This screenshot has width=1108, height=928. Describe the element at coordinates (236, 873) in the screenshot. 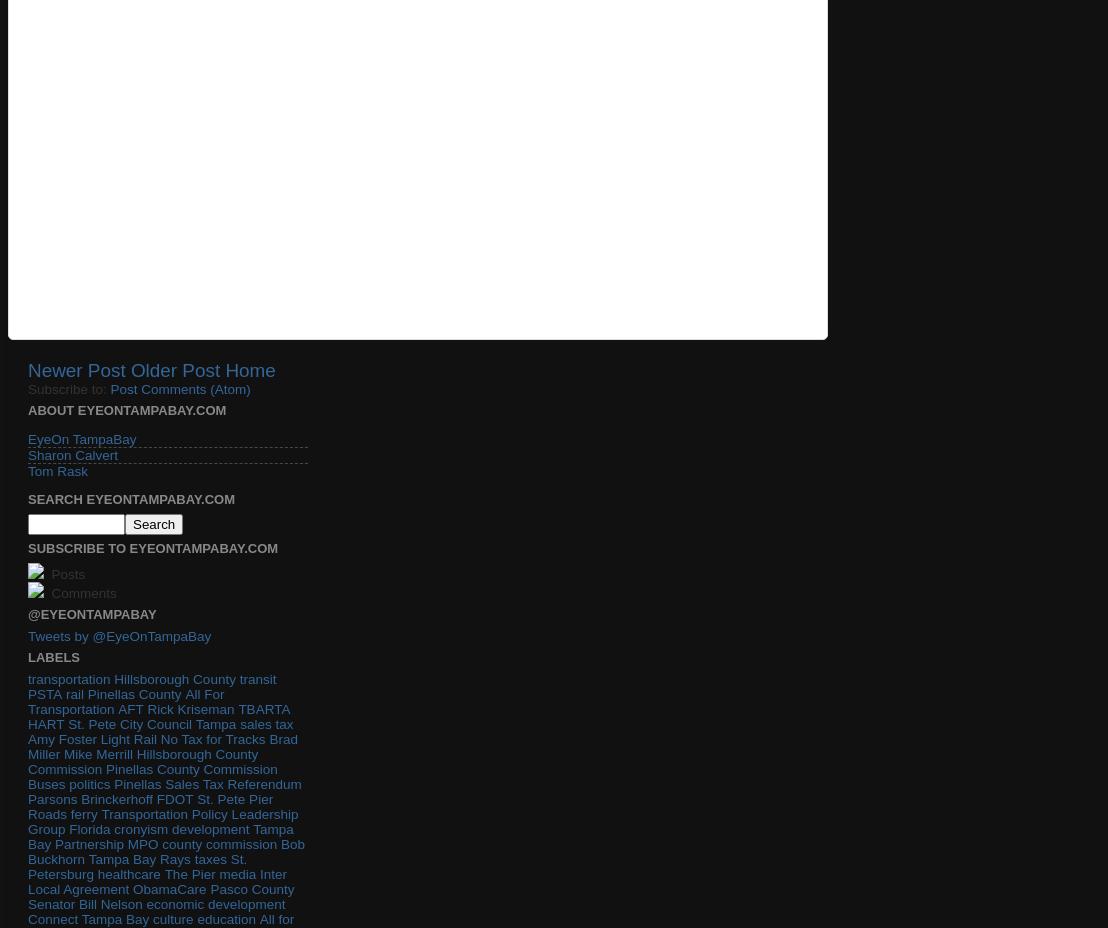

I see `'media'` at that location.